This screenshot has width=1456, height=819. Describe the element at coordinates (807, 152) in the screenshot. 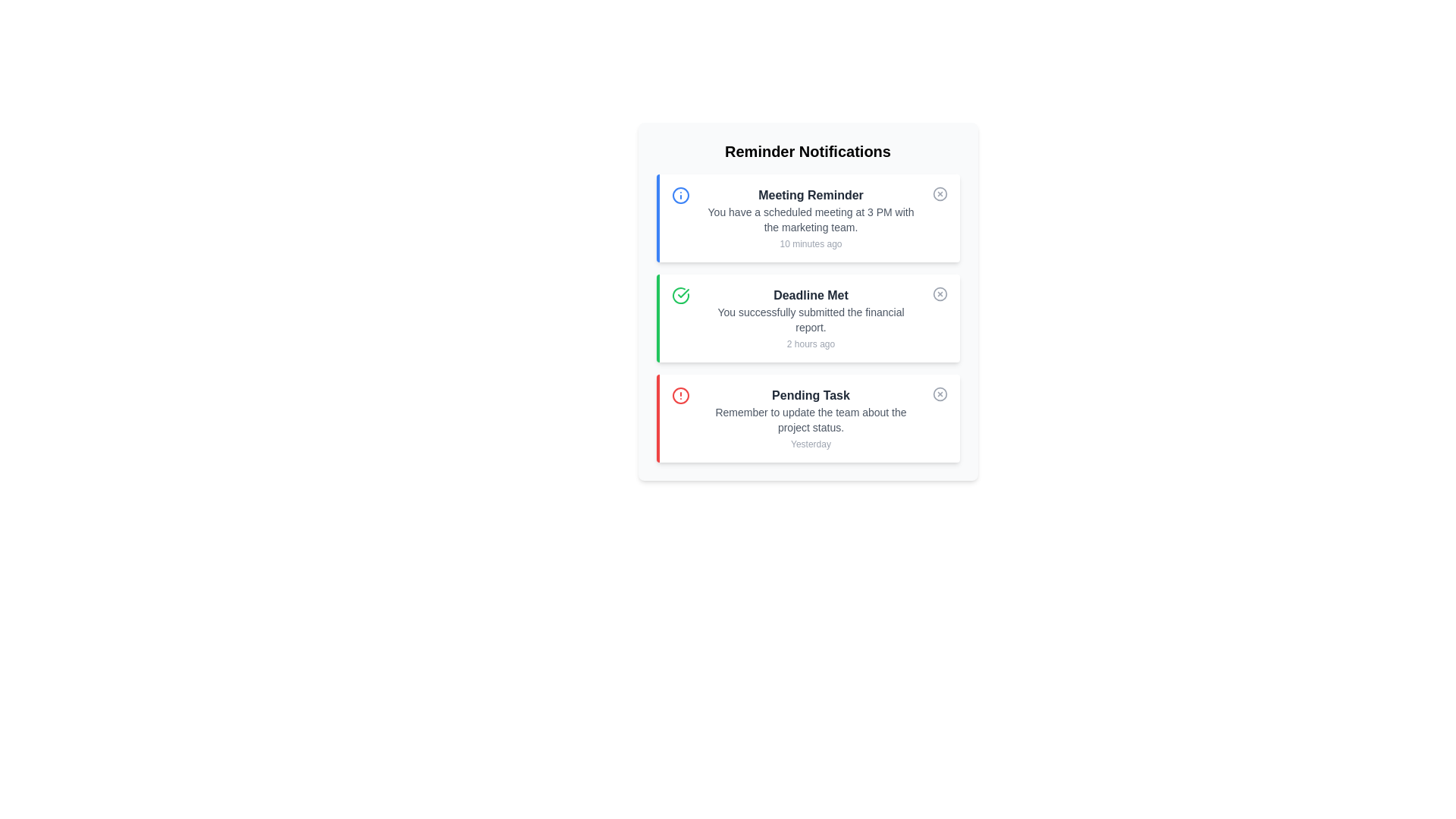

I see `text content of the header text label located at the top-center of the notification panel` at that location.